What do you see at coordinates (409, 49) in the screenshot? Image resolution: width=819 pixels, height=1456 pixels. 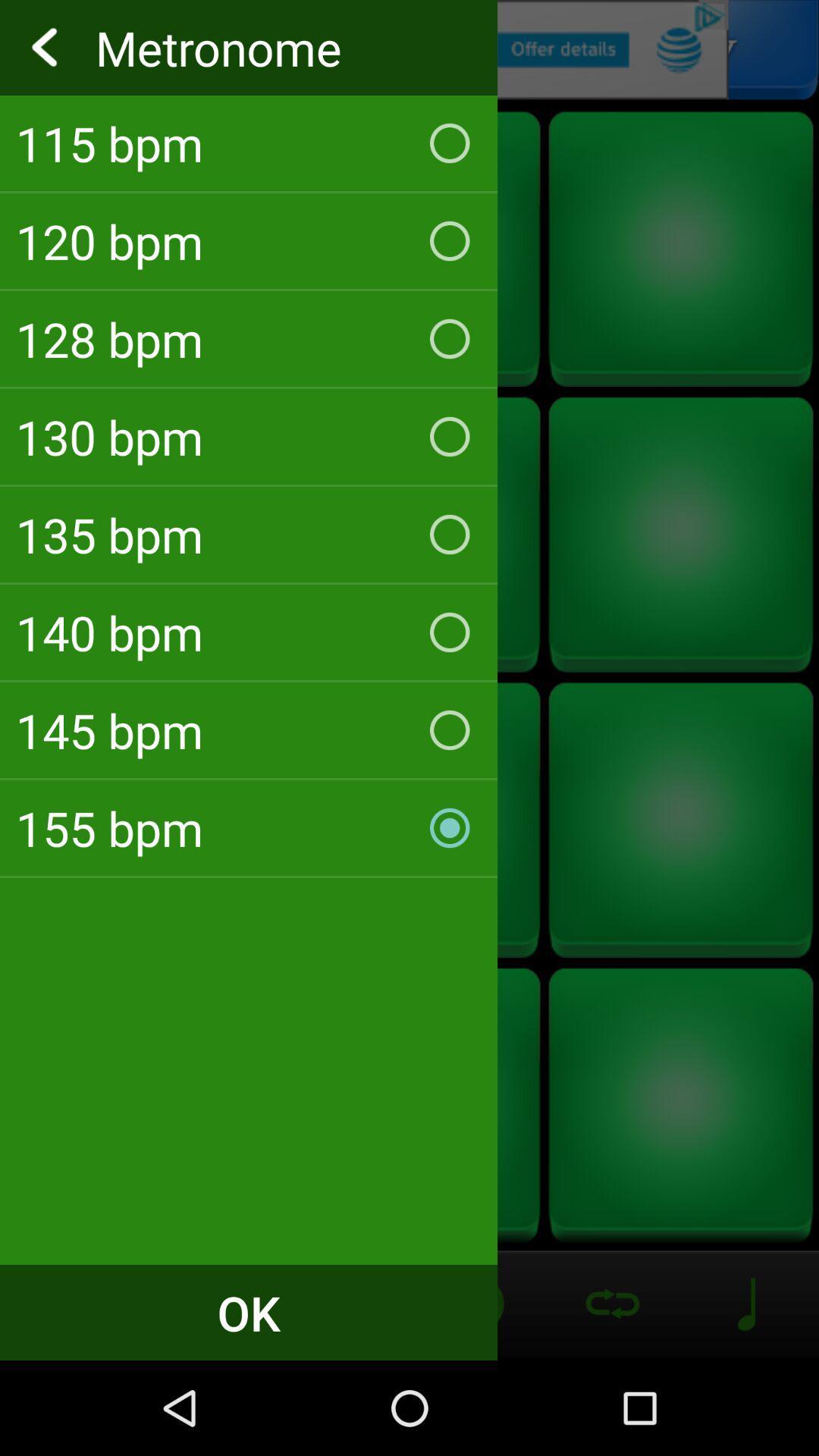 I see `go back` at bounding box center [409, 49].